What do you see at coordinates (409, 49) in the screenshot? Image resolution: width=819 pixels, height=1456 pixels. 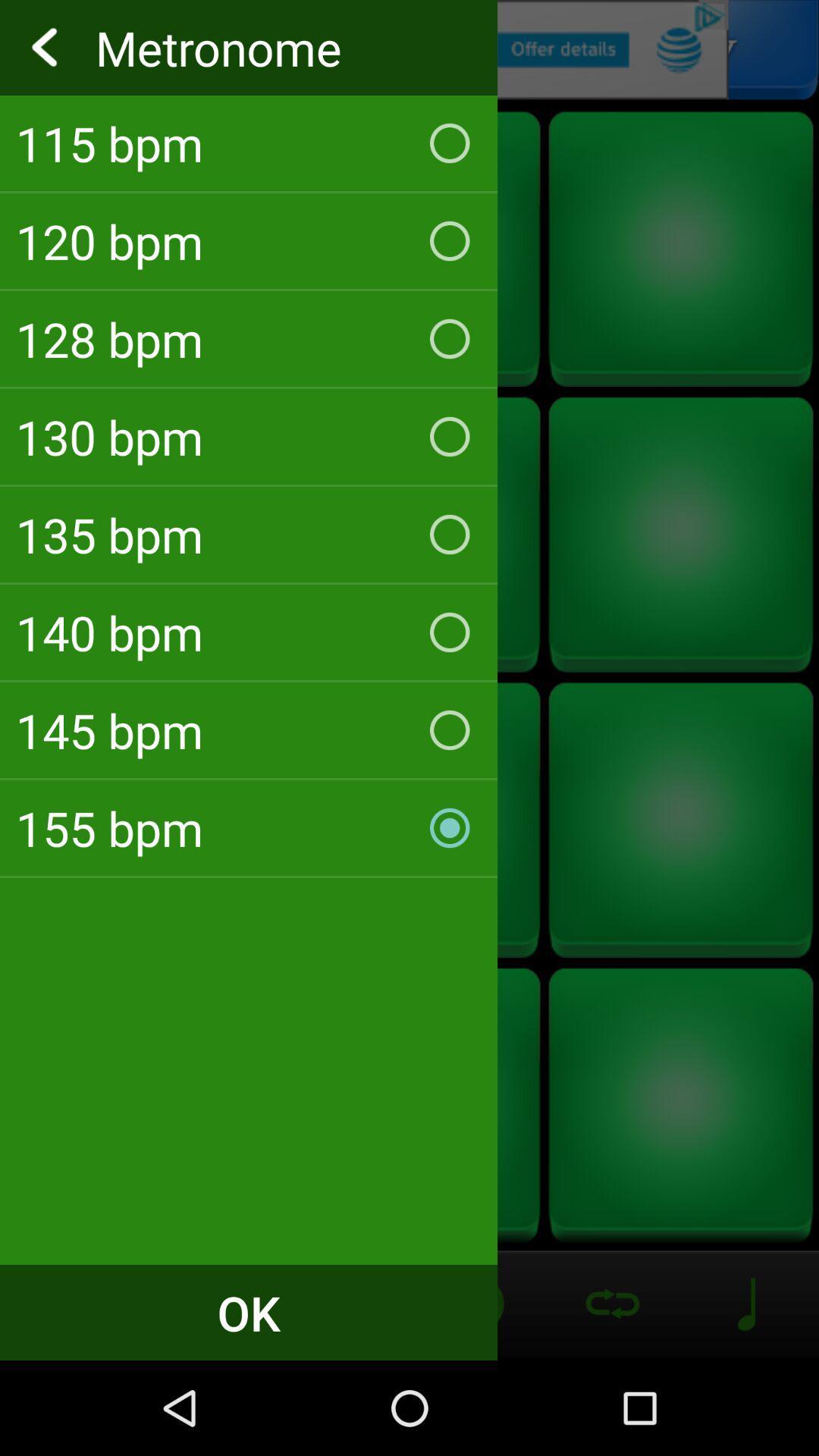 I see `go back` at bounding box center [409, 49].